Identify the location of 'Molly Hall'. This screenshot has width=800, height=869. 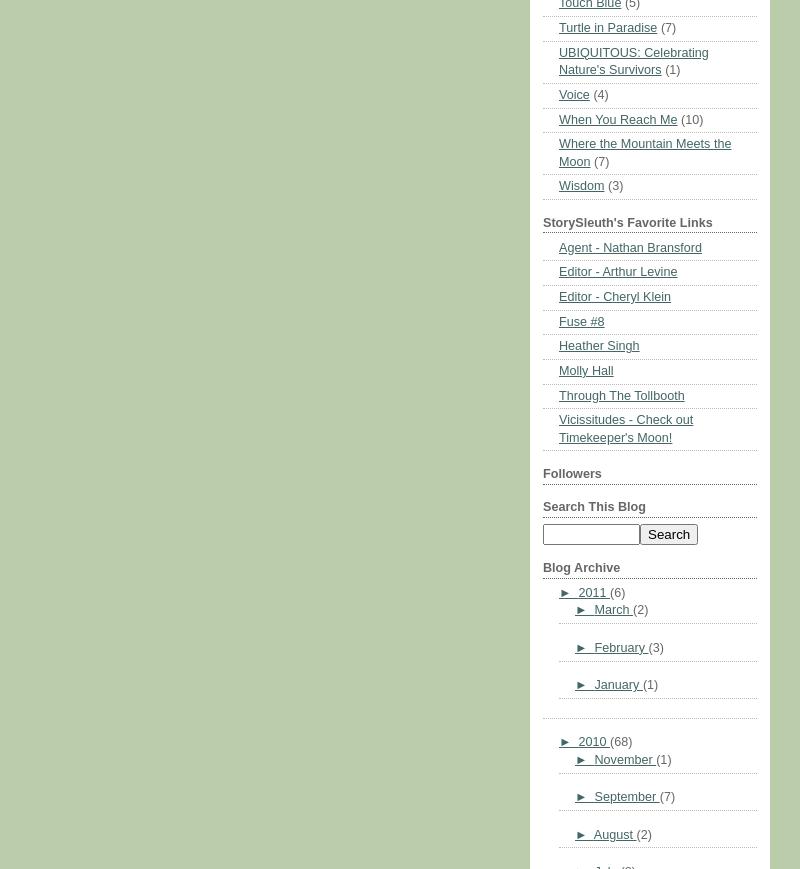
(585, 369).